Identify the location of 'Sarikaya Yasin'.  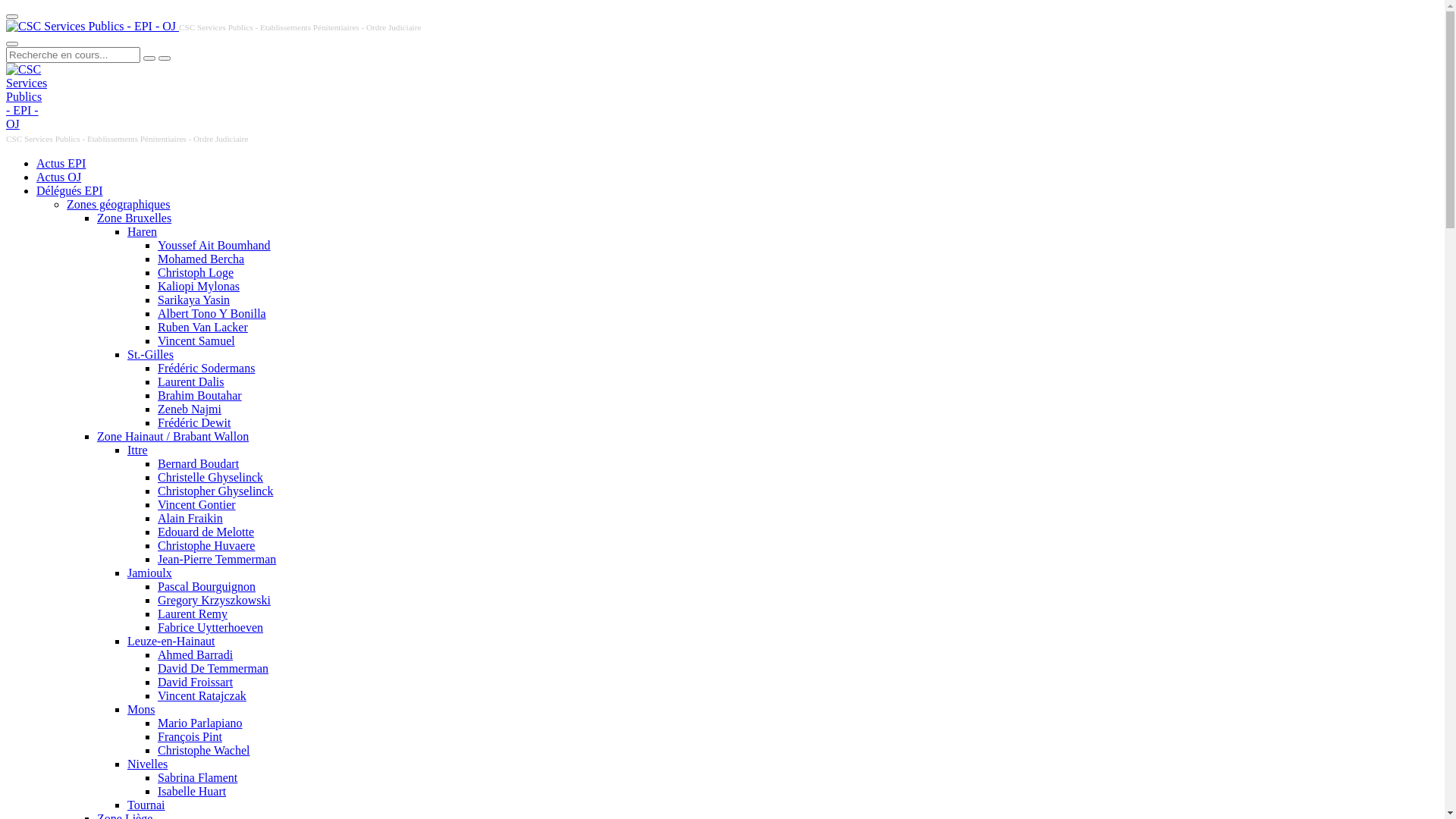
(193, 300).